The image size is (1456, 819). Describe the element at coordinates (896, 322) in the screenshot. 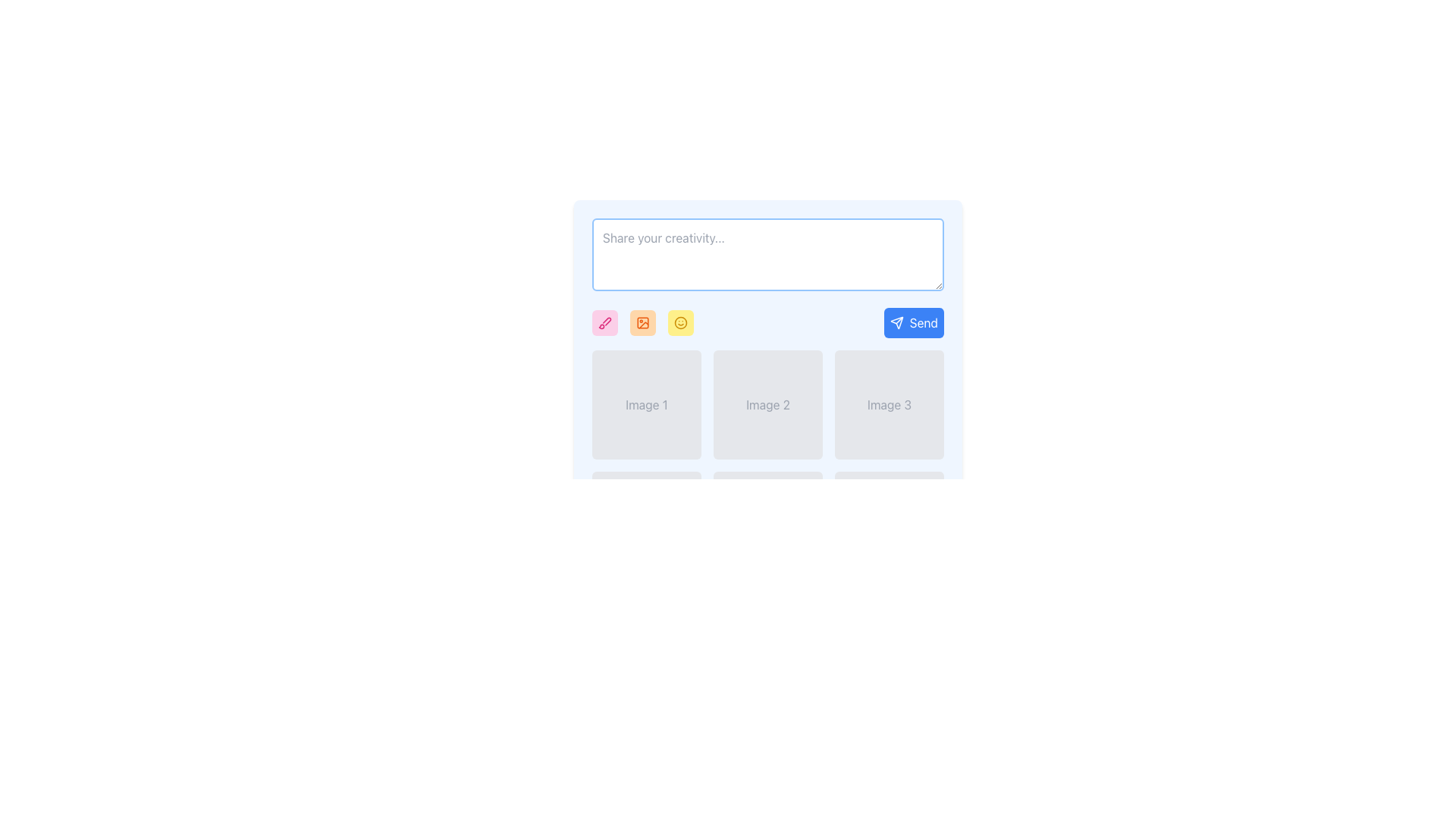

I see `the vector graphic icon resembling an arrow or paper plane, which is embedded in the blue 'Send' button located at the top-right corner of the interface` at that location.